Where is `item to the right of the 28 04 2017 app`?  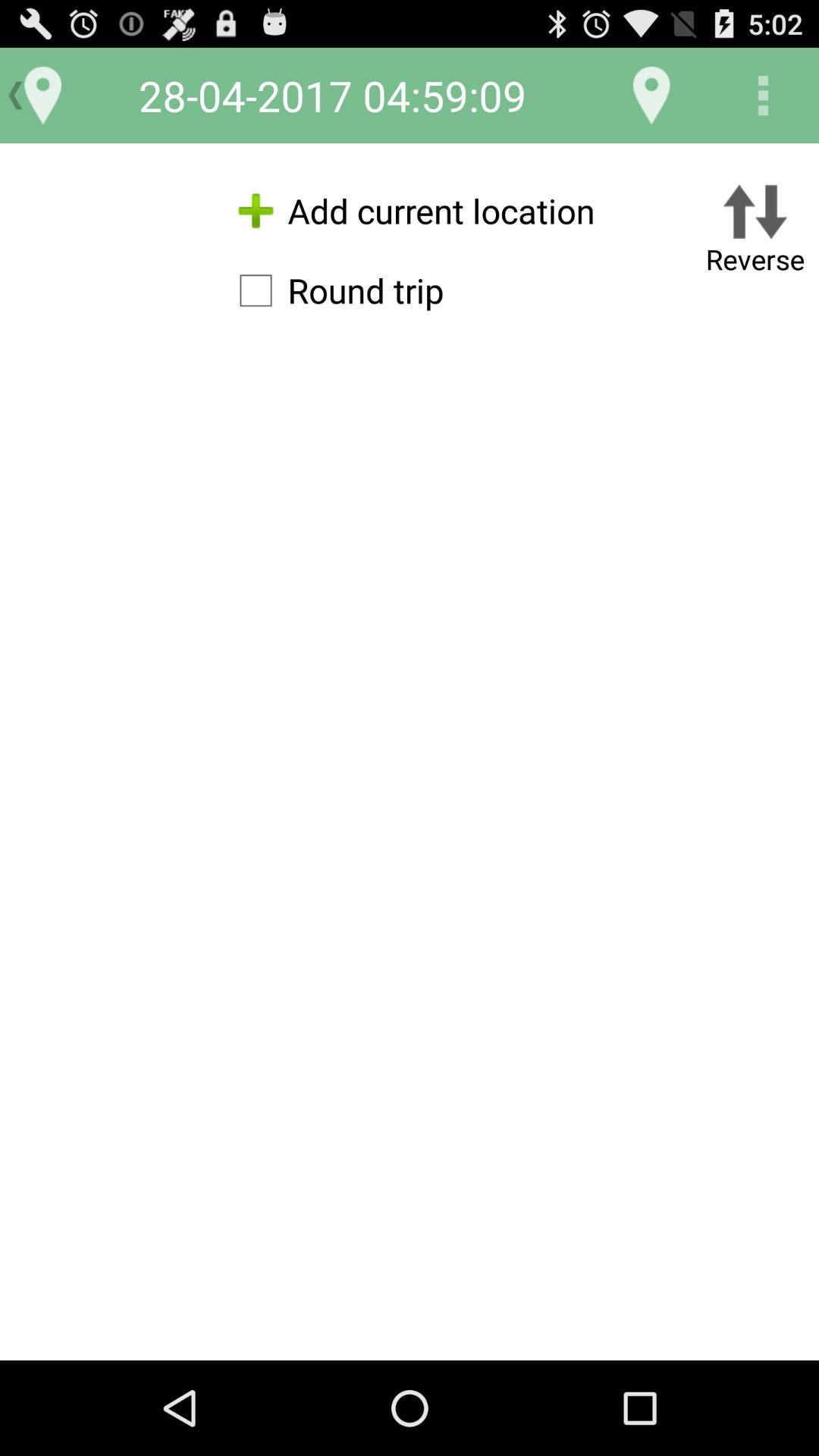
item to the right of the 28 04 2017 app is located at coordinates (651, 94).